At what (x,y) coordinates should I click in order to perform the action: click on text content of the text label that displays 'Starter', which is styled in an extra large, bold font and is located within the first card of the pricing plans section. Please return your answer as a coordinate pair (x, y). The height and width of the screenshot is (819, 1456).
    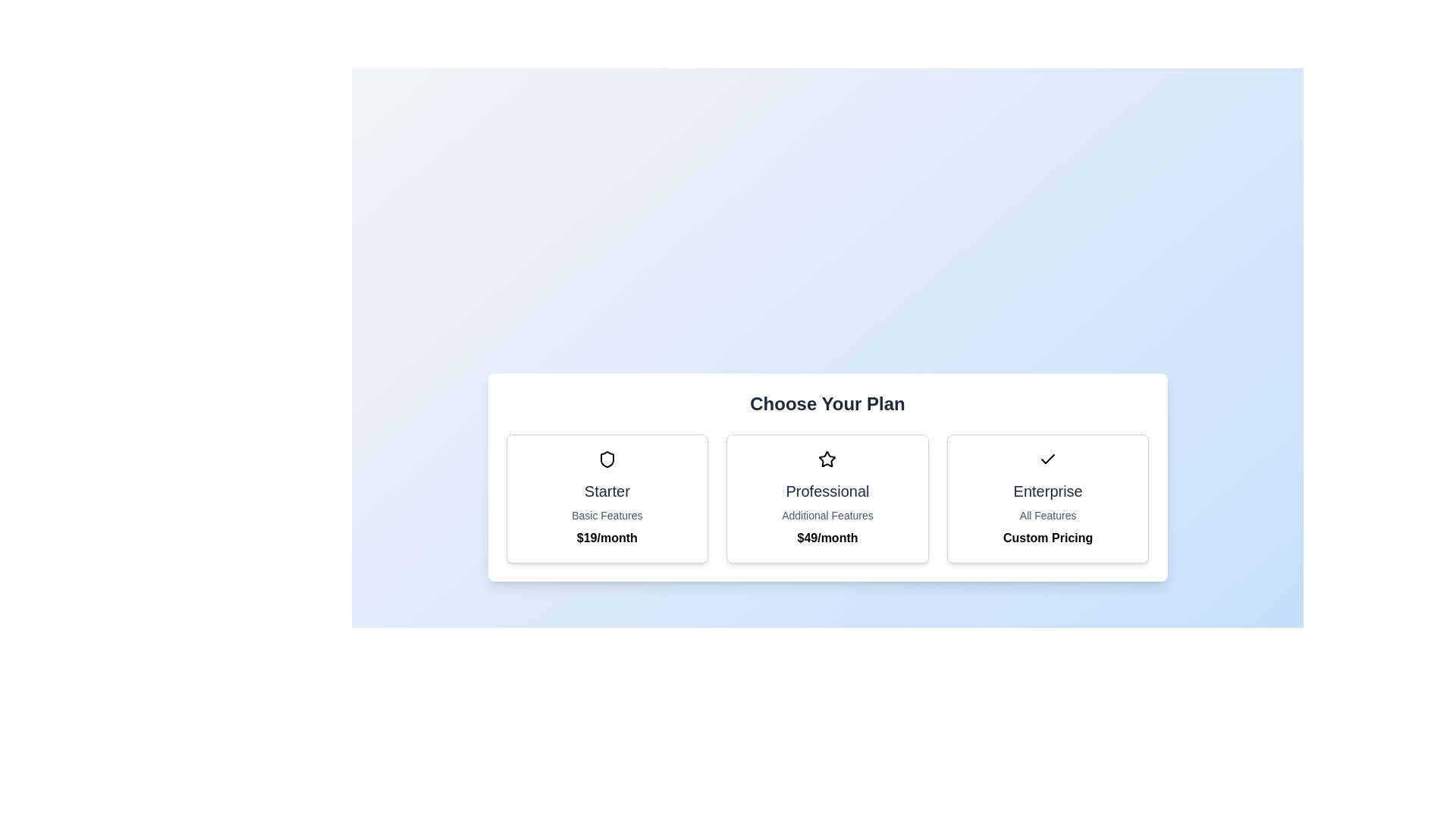
    Looking at the image, I should click on (607, 491).